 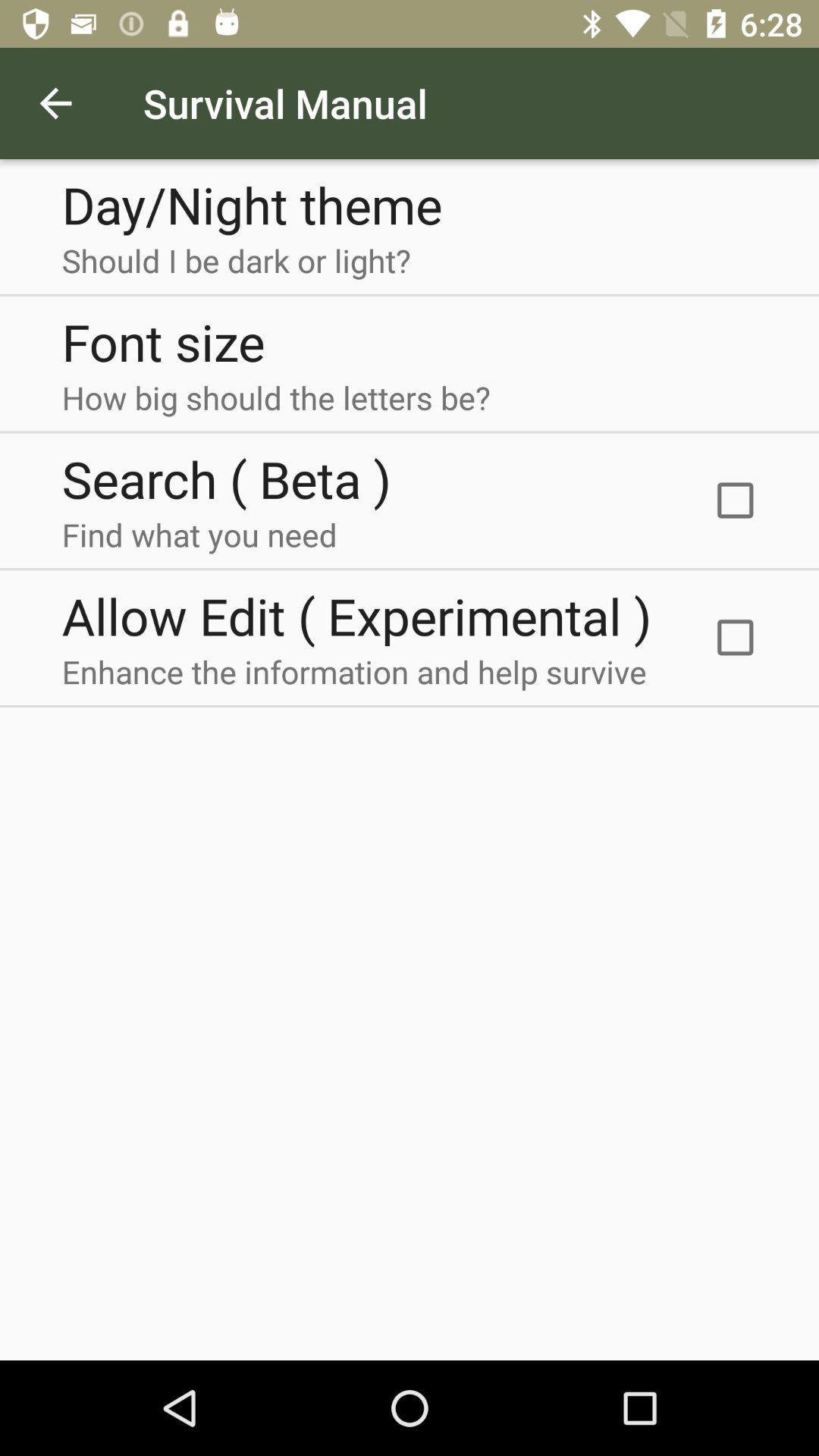 I want to click on icon to the left of the survival manual, so click(x=55, y=102).